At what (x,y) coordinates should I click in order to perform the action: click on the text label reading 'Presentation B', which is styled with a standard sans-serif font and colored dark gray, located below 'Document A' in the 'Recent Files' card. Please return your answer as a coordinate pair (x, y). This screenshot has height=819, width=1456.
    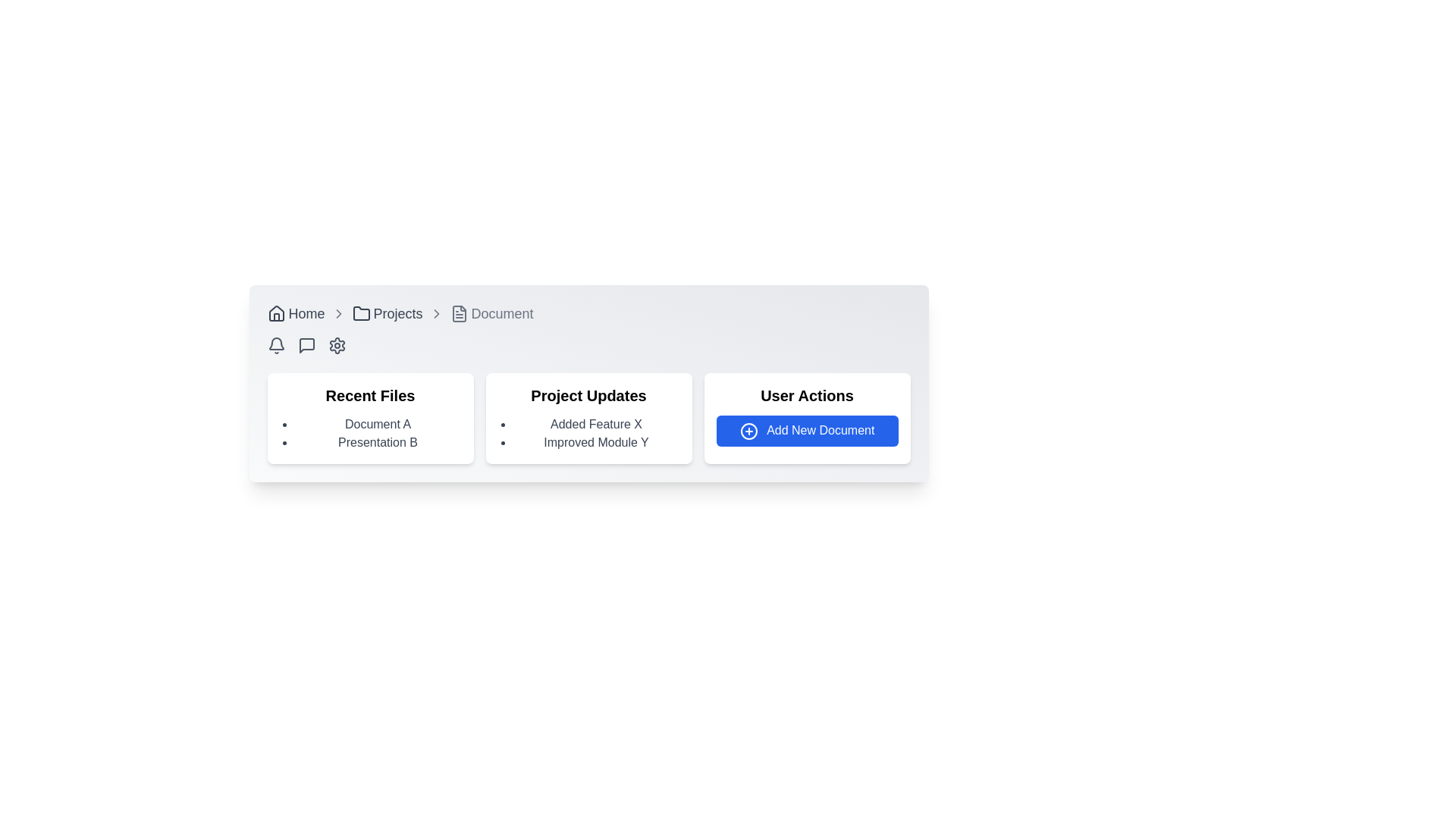
    Looking at the image, I should click on (378, 442).